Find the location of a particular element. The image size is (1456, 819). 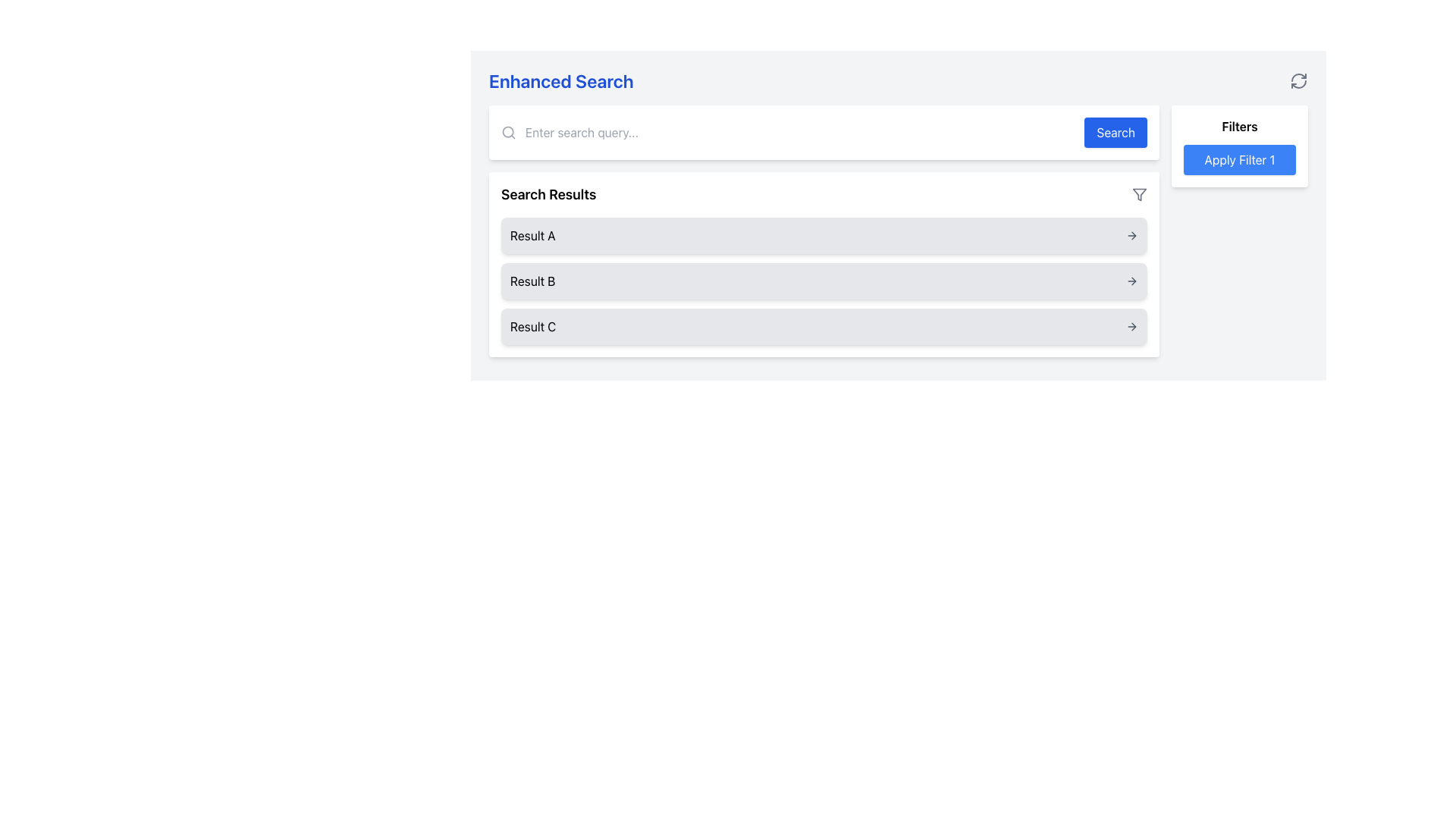

the static text header labeled 'Search Results', which is styled in bold and larger font, located above a list of items in the search results section is located at coordinates (548, 194).